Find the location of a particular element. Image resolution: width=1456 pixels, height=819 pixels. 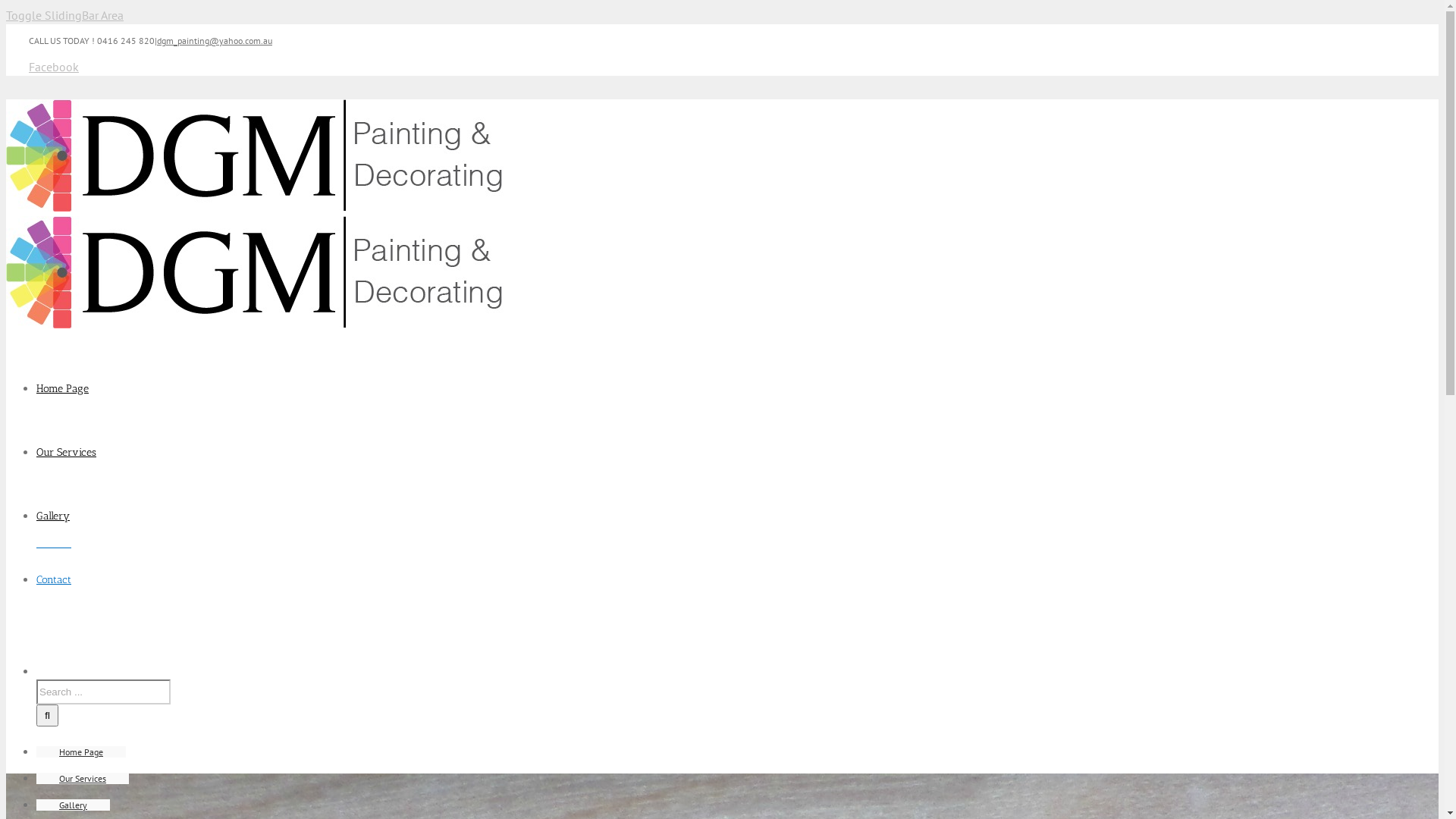

'Facebook' is located at coordinates (54, 66).